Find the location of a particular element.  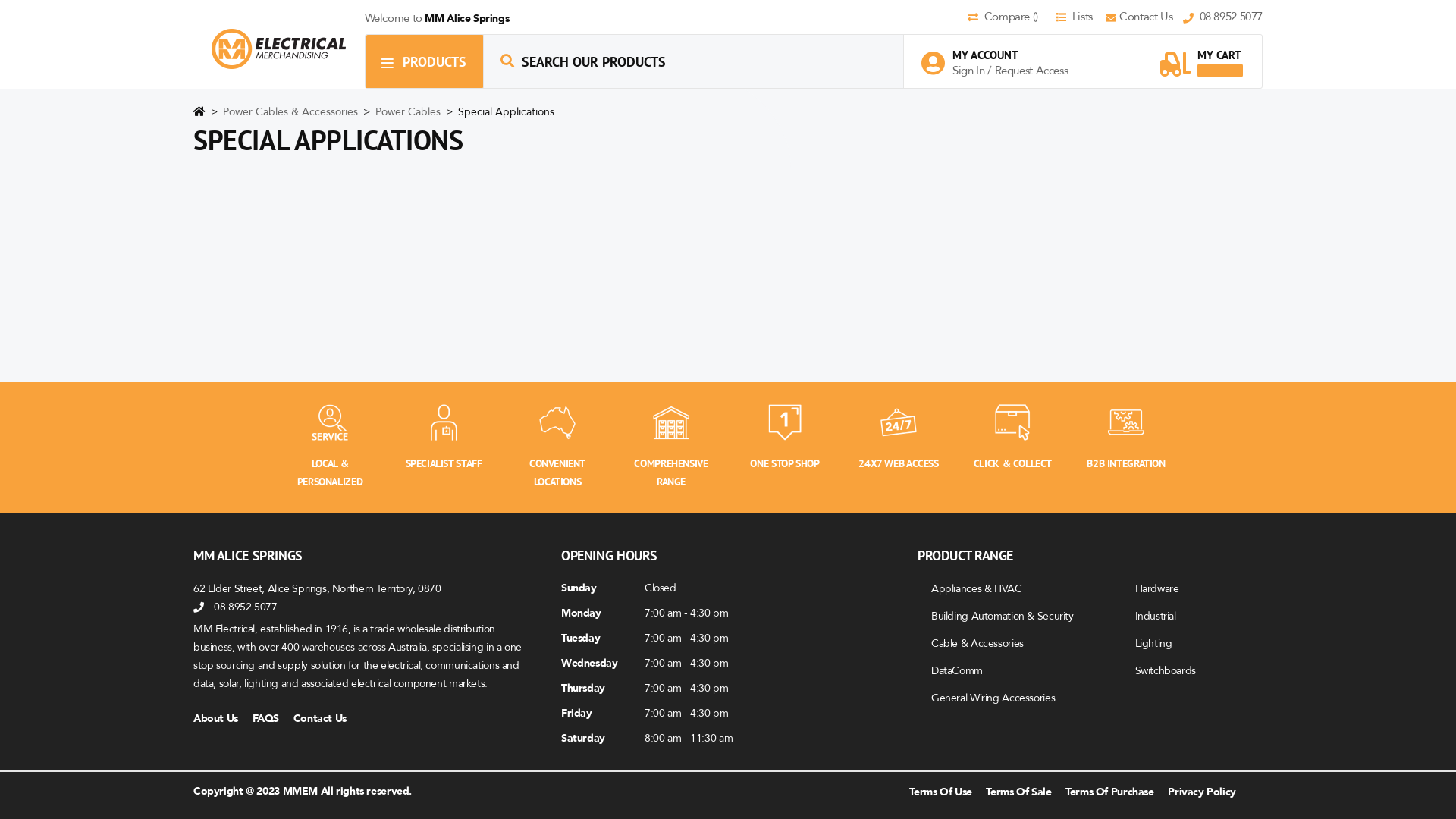

'FAQS' is located at coordinates (271, 717).